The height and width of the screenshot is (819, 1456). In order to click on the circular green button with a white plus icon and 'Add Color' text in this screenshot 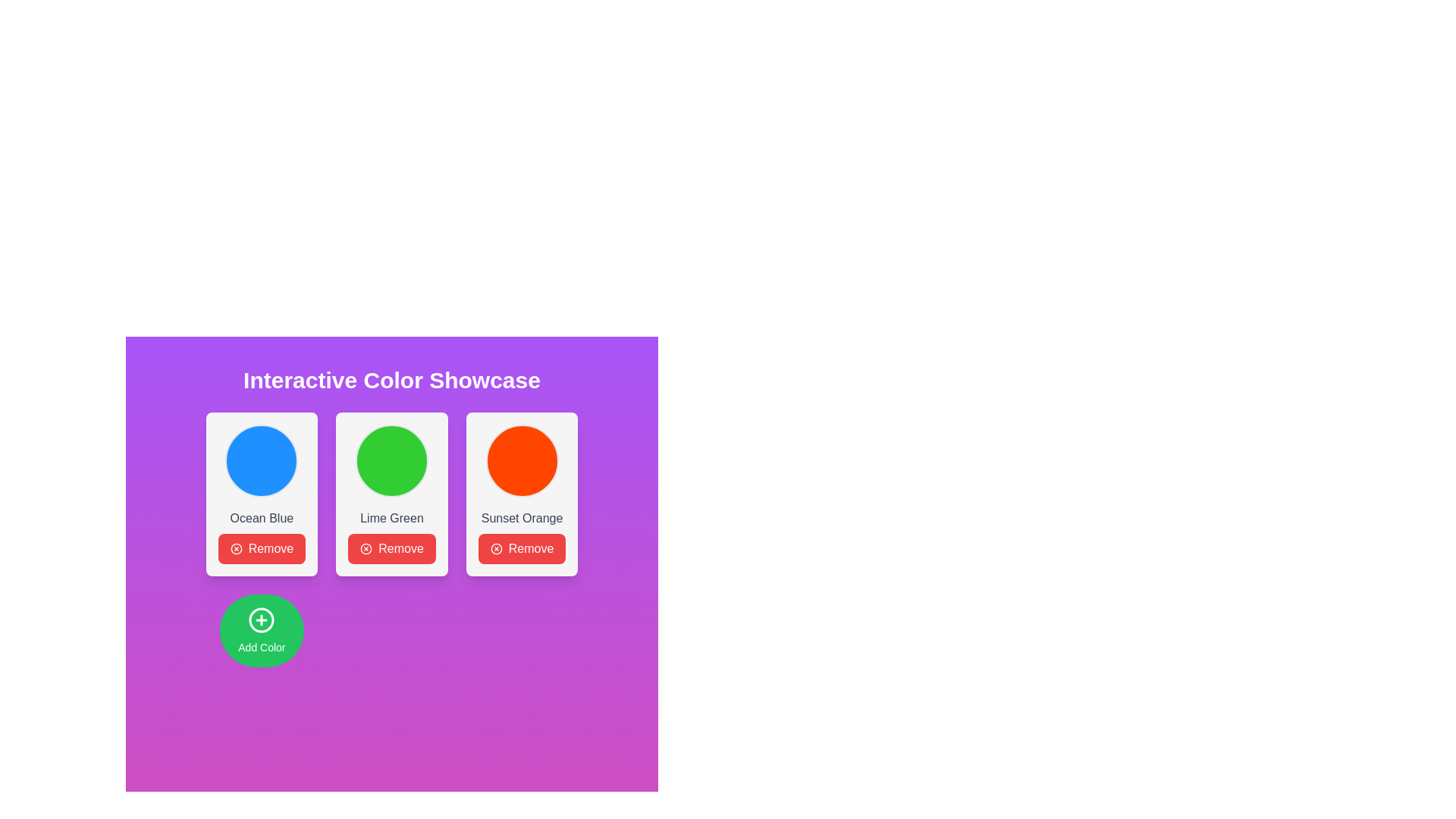, I will do `click(262, 631)`.